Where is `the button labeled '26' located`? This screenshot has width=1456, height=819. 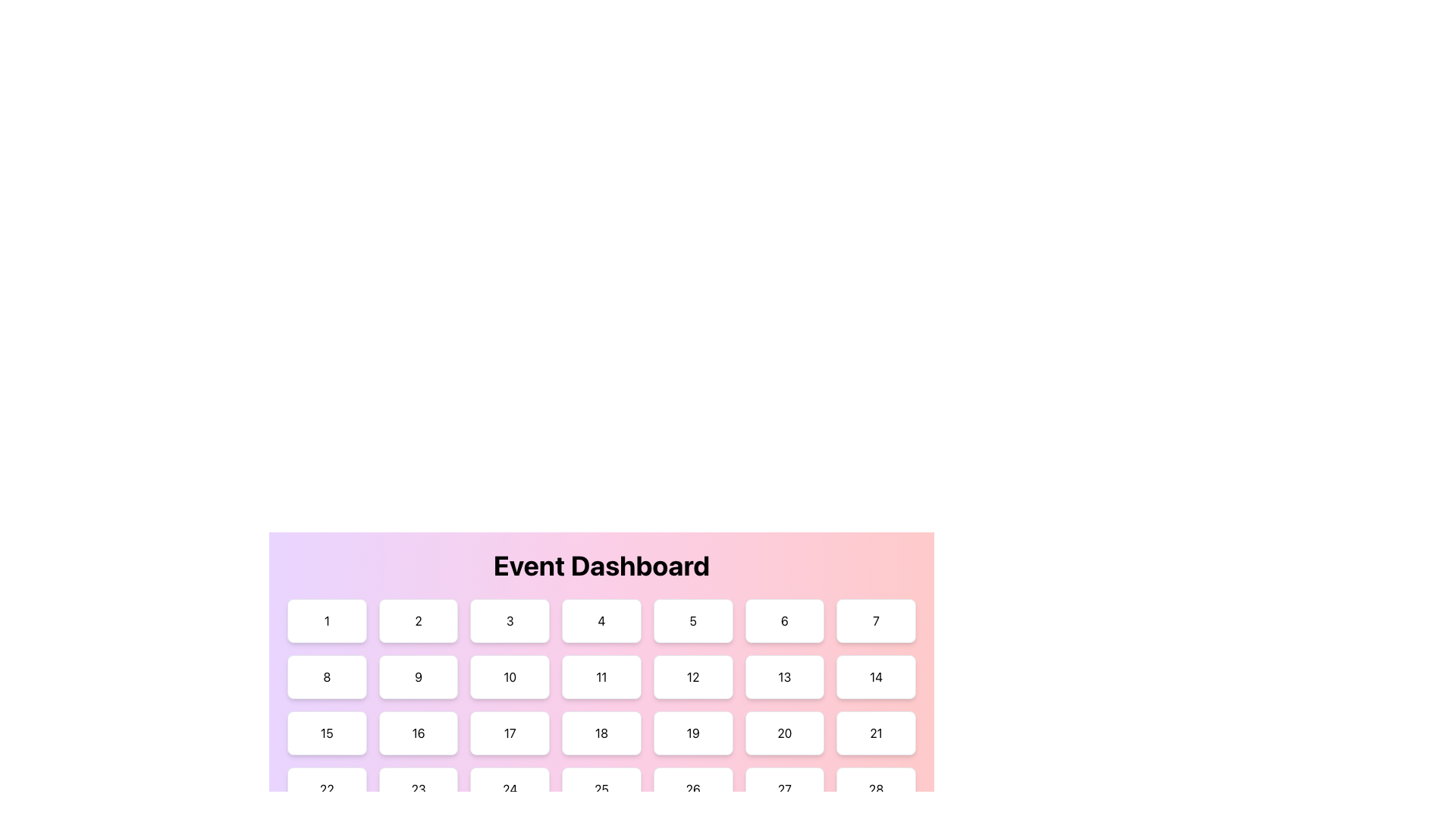
the button labeled '26' located is located at coordinates (692, 789).